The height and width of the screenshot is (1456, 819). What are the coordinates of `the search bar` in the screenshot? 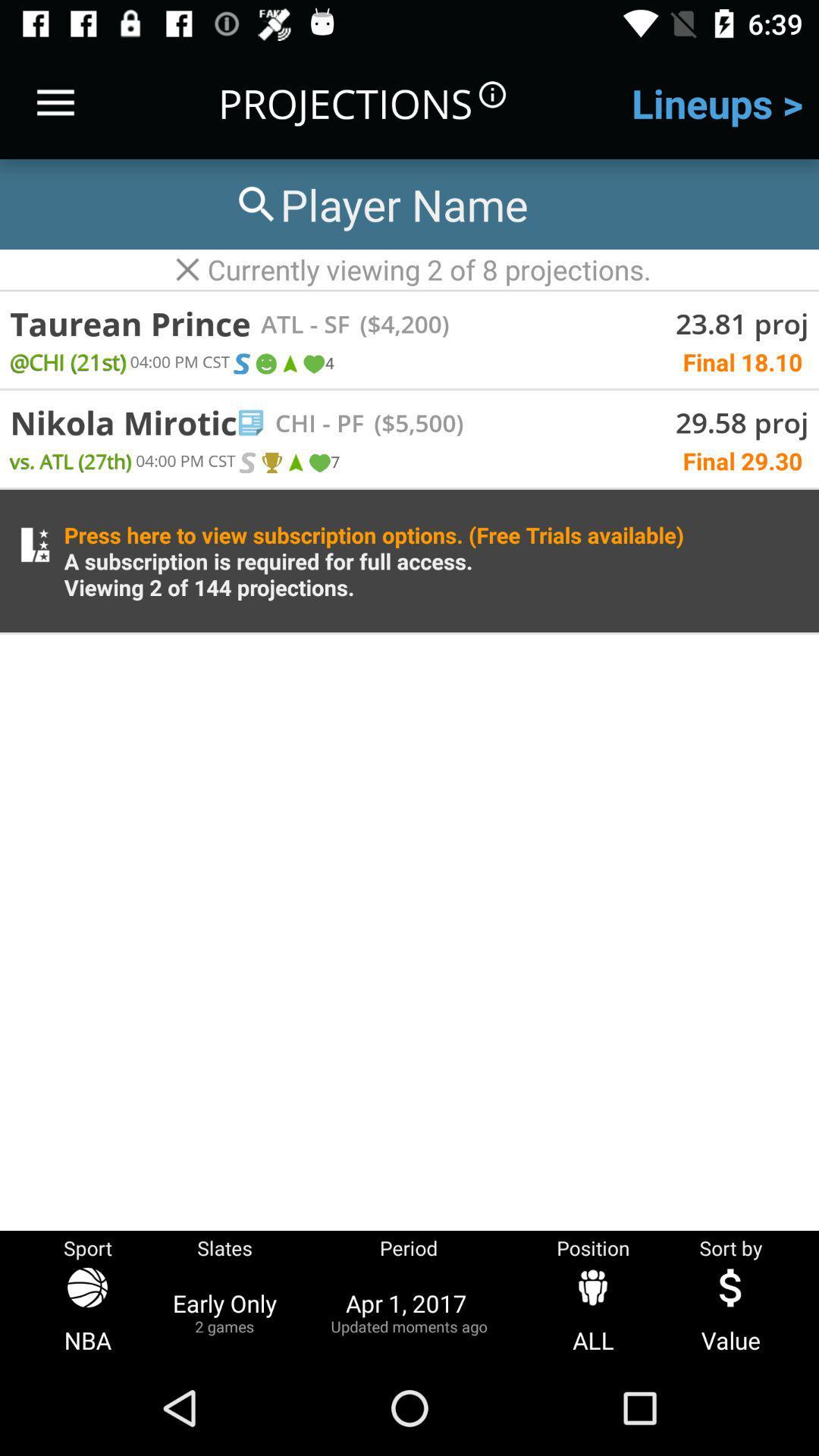 It's located at (379, 203).